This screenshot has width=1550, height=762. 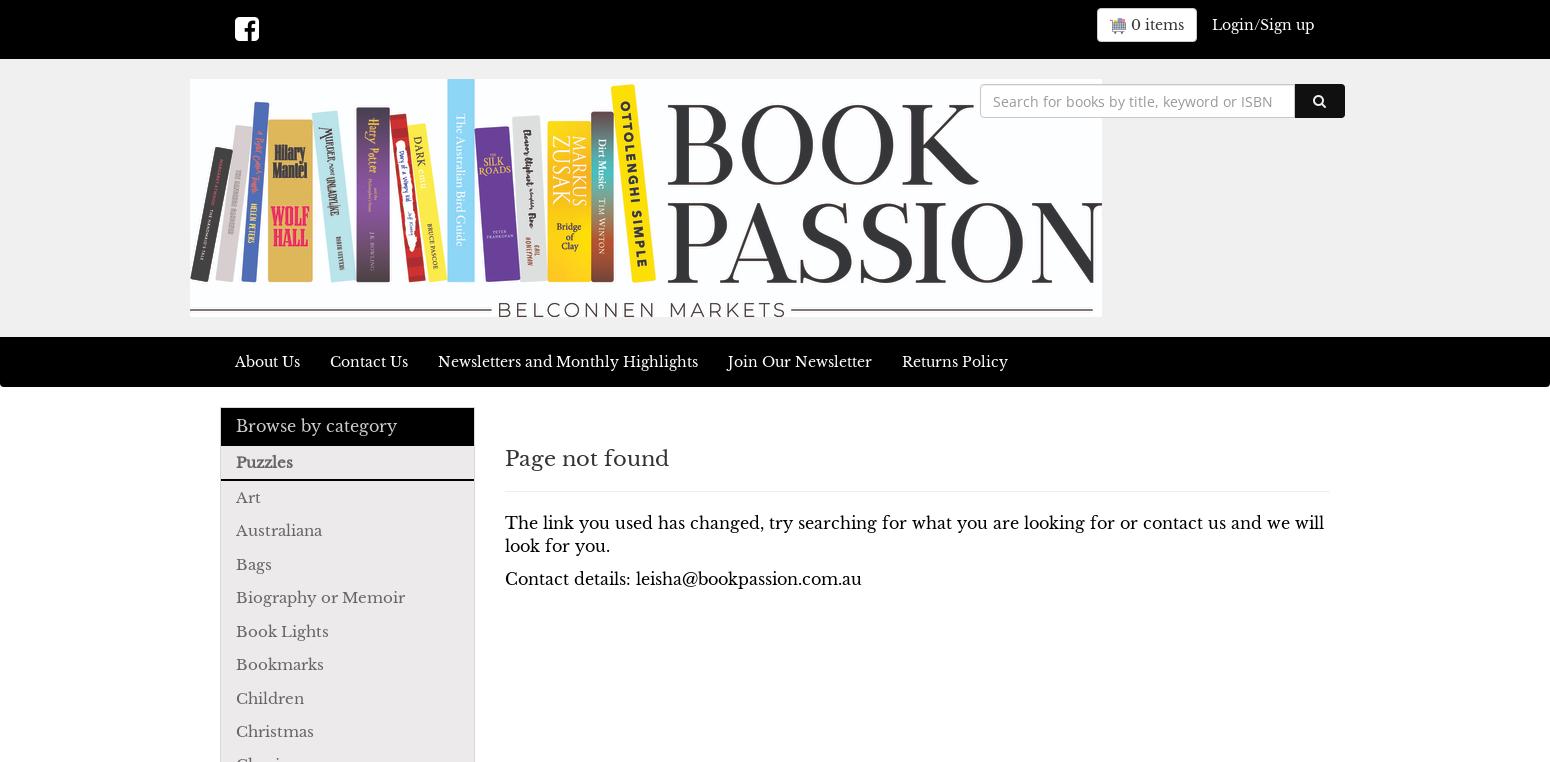 I want to click on 'Christmas', so click(x=236, y=730).